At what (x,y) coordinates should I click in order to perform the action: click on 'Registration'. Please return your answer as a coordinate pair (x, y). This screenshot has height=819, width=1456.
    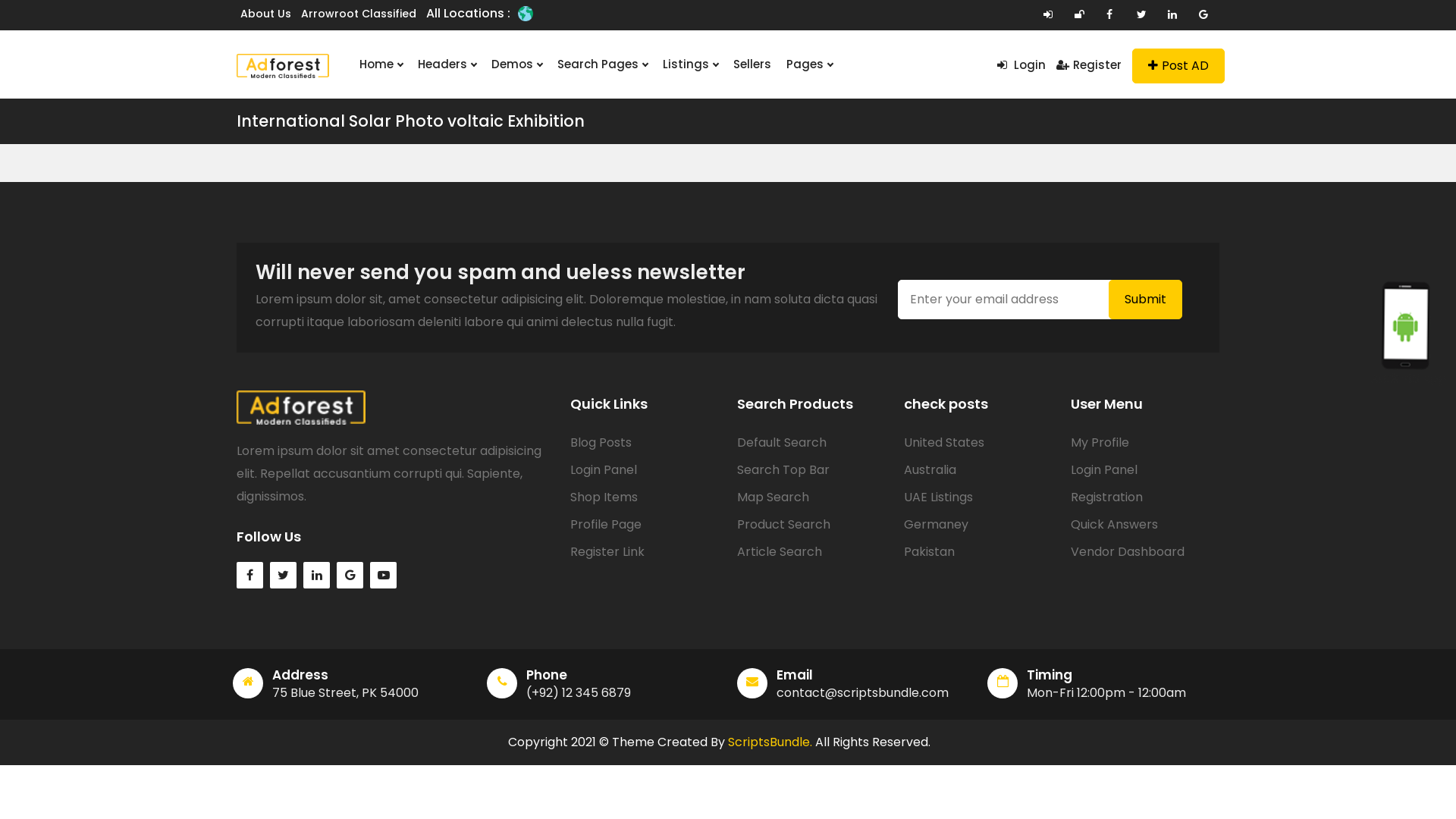
    Looking at the image, I should click on (1106, 497).